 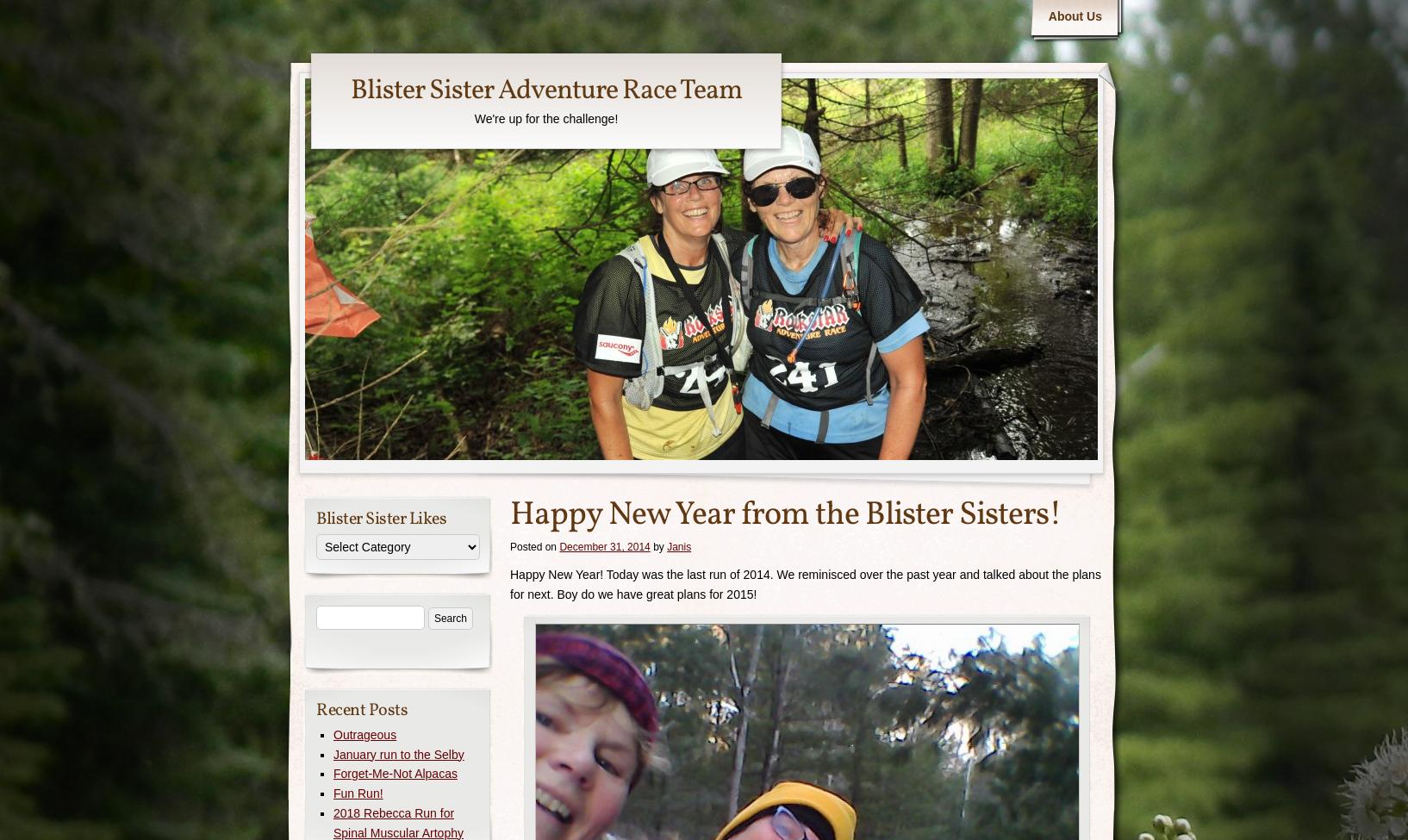 I want to click on 'Main menu', so click(x=1058, y=9).